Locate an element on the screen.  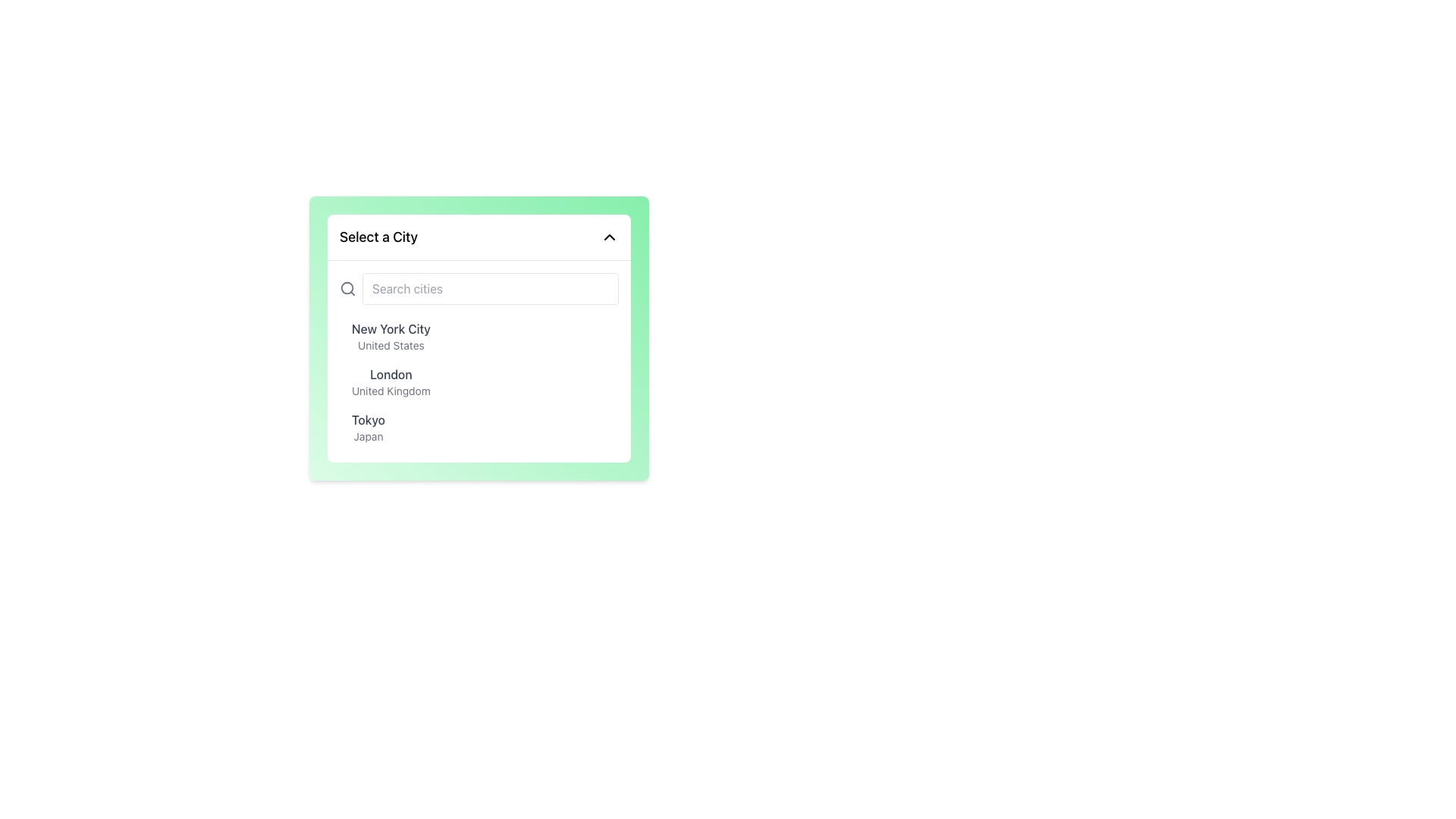
the List Item element displaying 'London' is located at coordinates (479, 381).